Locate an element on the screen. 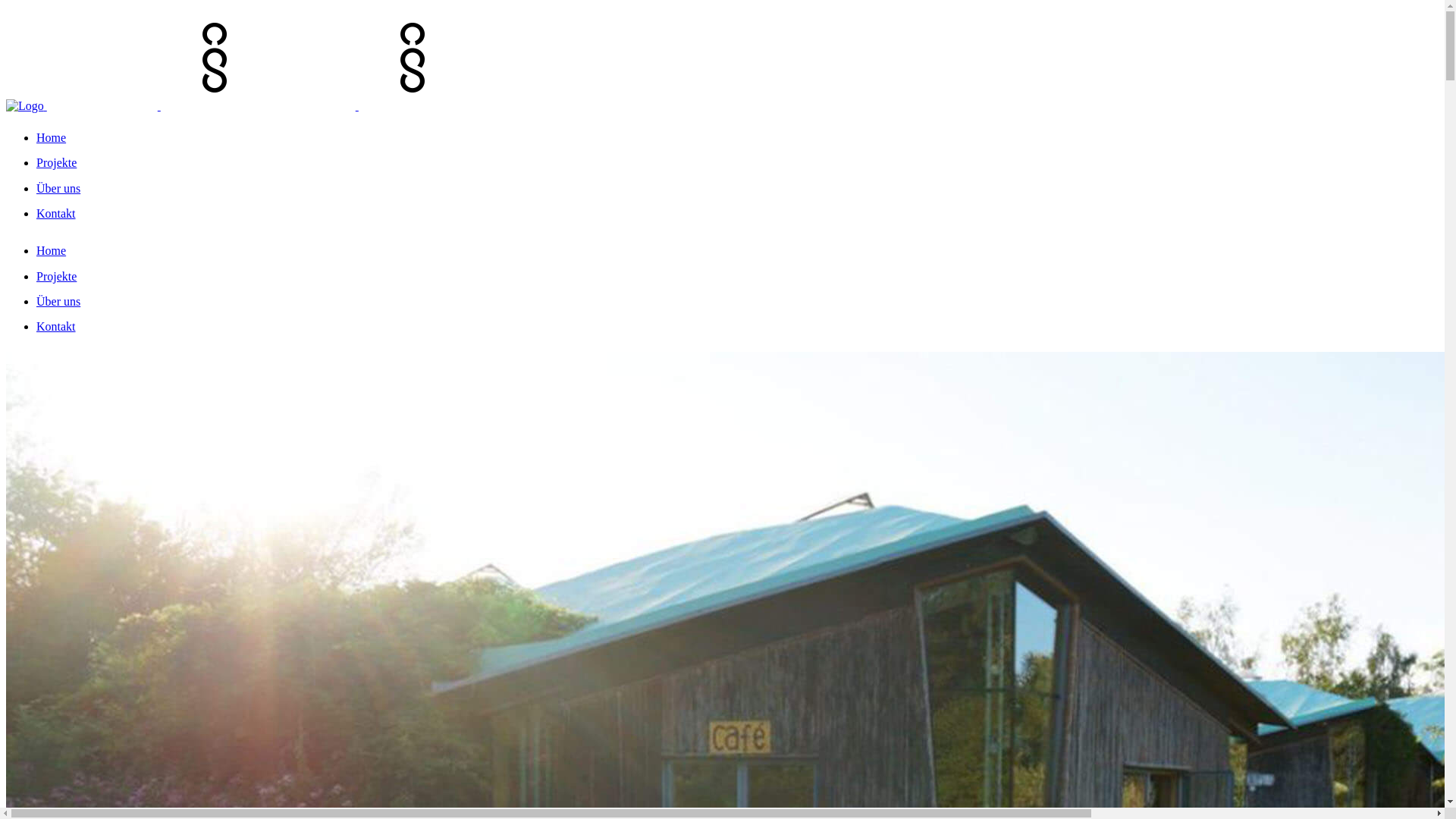  'Kontakt' is located at coordinates (55, 213).